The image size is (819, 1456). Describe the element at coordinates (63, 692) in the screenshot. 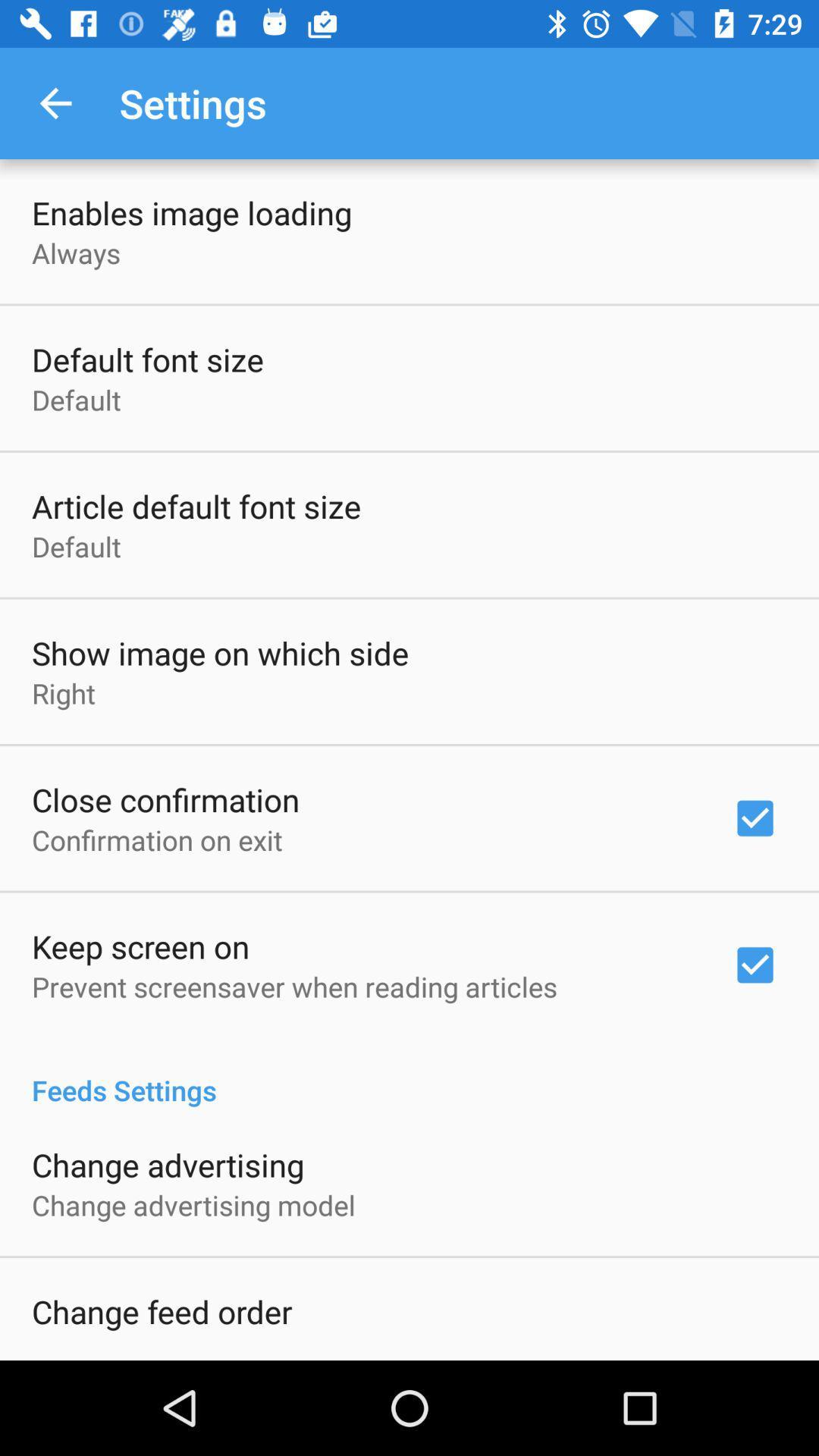

I see `right item` at that location.